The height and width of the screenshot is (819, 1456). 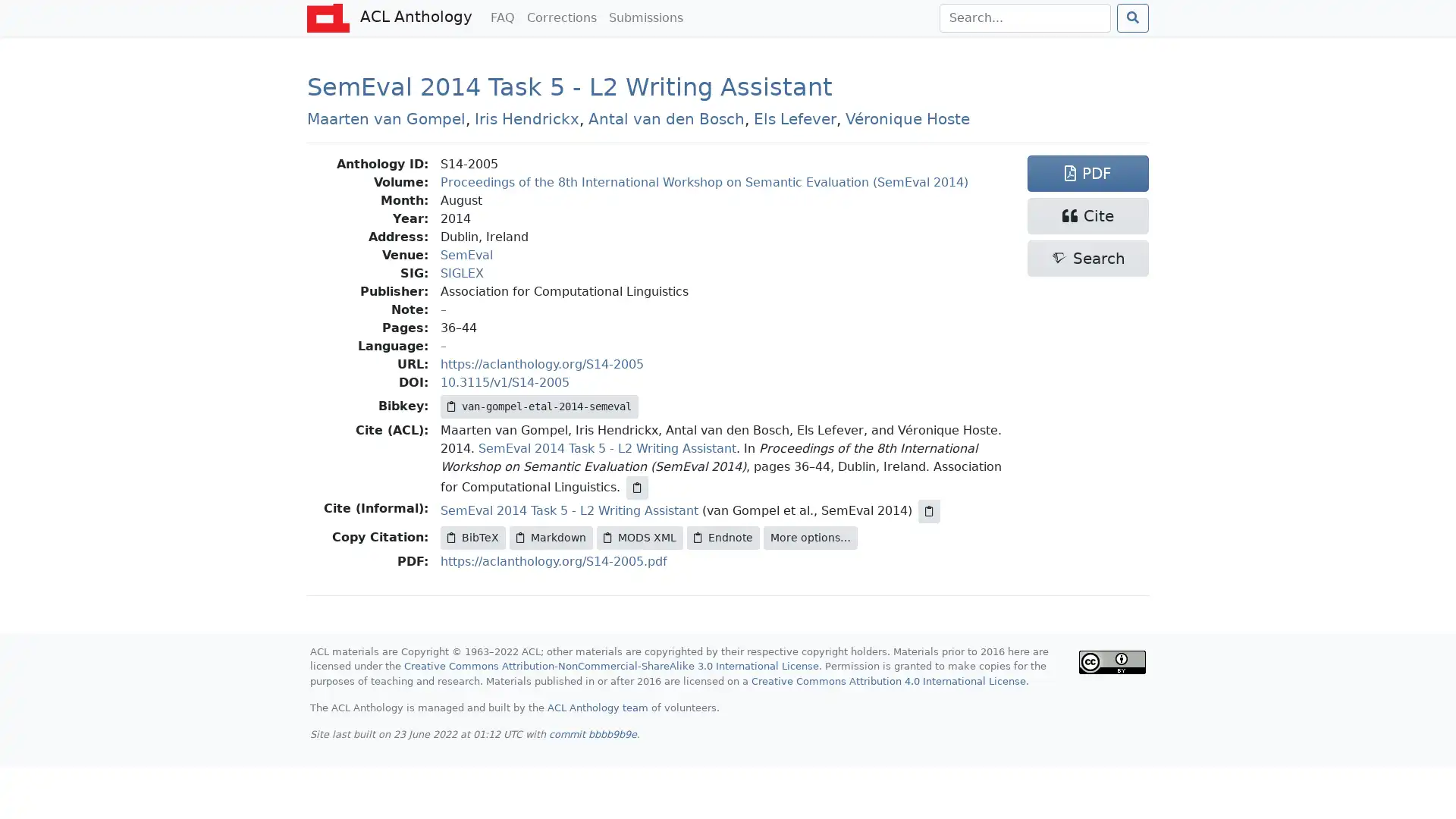 I want to click on MODS XML, so click(x=640, y=537).